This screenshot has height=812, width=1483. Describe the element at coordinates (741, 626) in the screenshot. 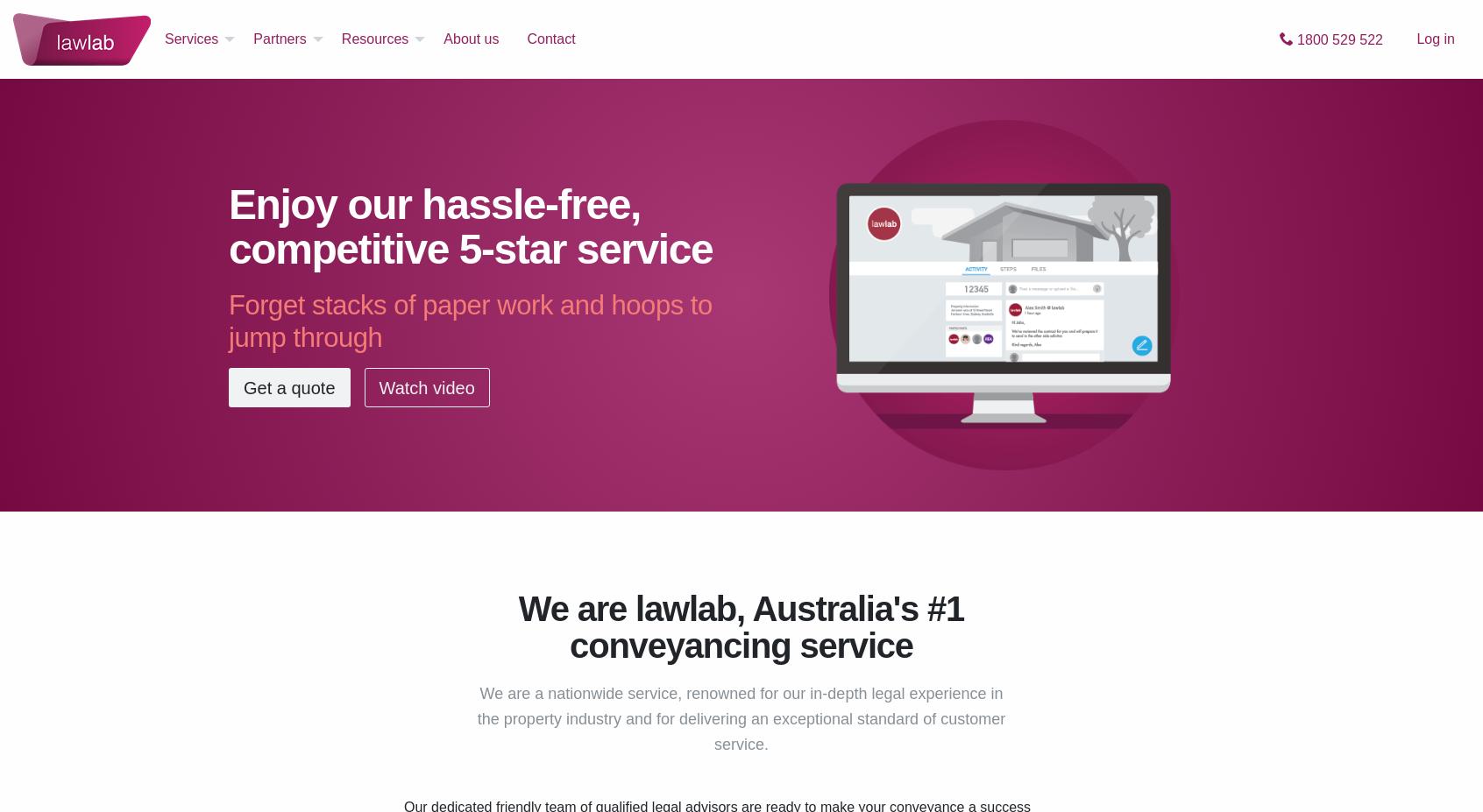

I see `'We are lawlab, Australia's #1 conveyancing service'` at that location.